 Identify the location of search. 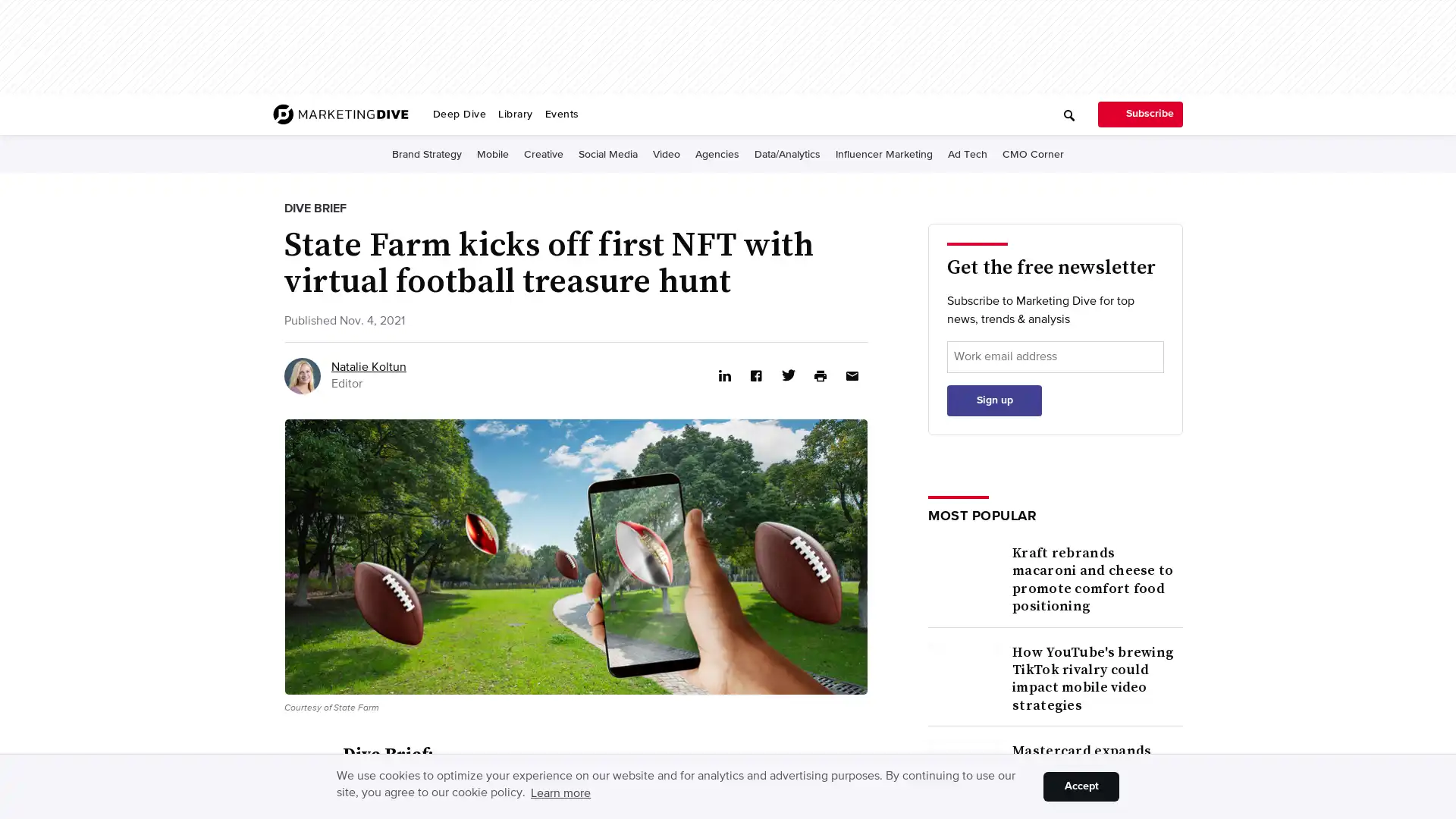
(843, 108).